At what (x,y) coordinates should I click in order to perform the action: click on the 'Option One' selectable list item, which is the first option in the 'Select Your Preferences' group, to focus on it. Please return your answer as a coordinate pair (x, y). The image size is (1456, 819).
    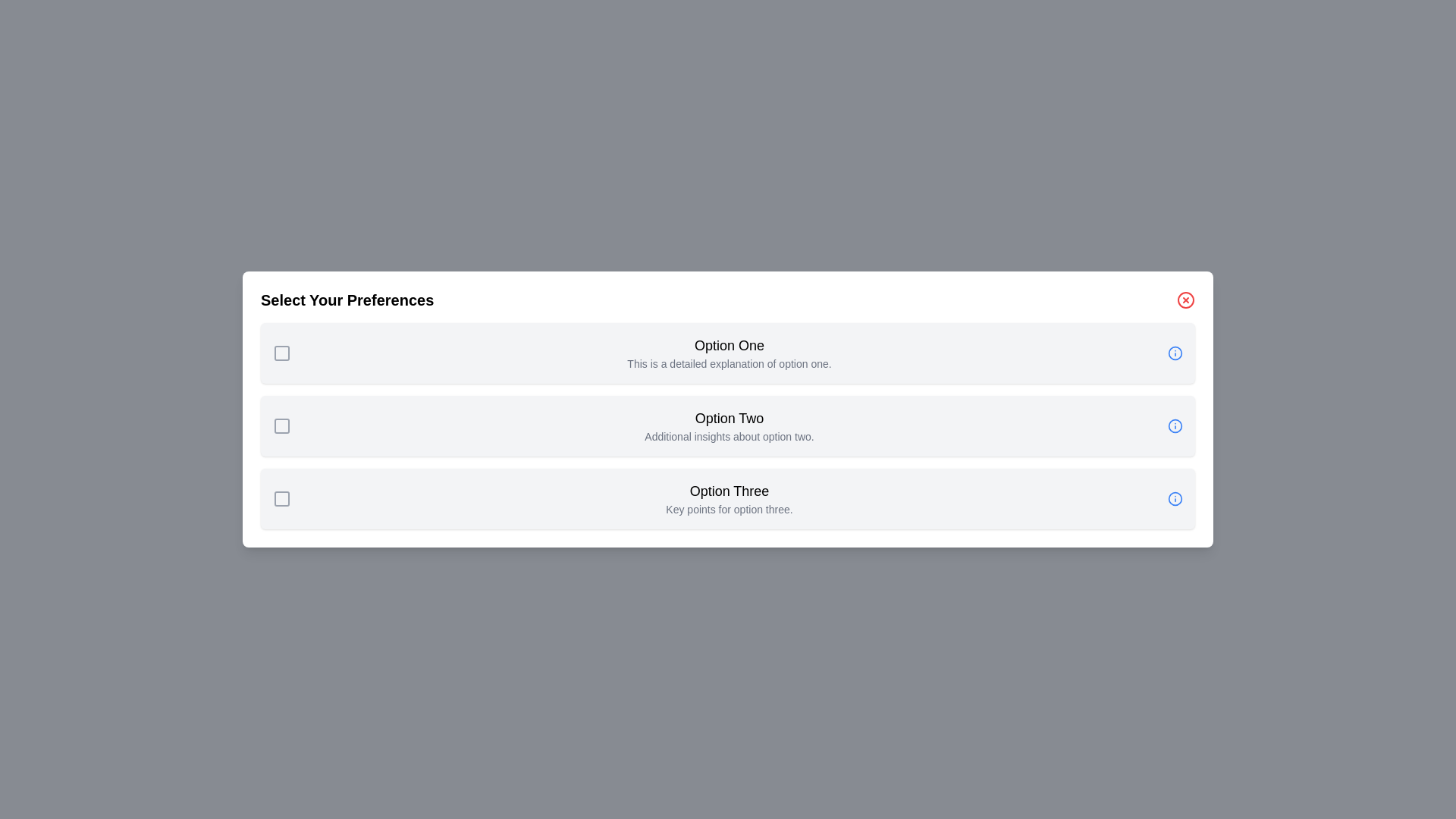
    Looking at the image, I should click on (728, 353).